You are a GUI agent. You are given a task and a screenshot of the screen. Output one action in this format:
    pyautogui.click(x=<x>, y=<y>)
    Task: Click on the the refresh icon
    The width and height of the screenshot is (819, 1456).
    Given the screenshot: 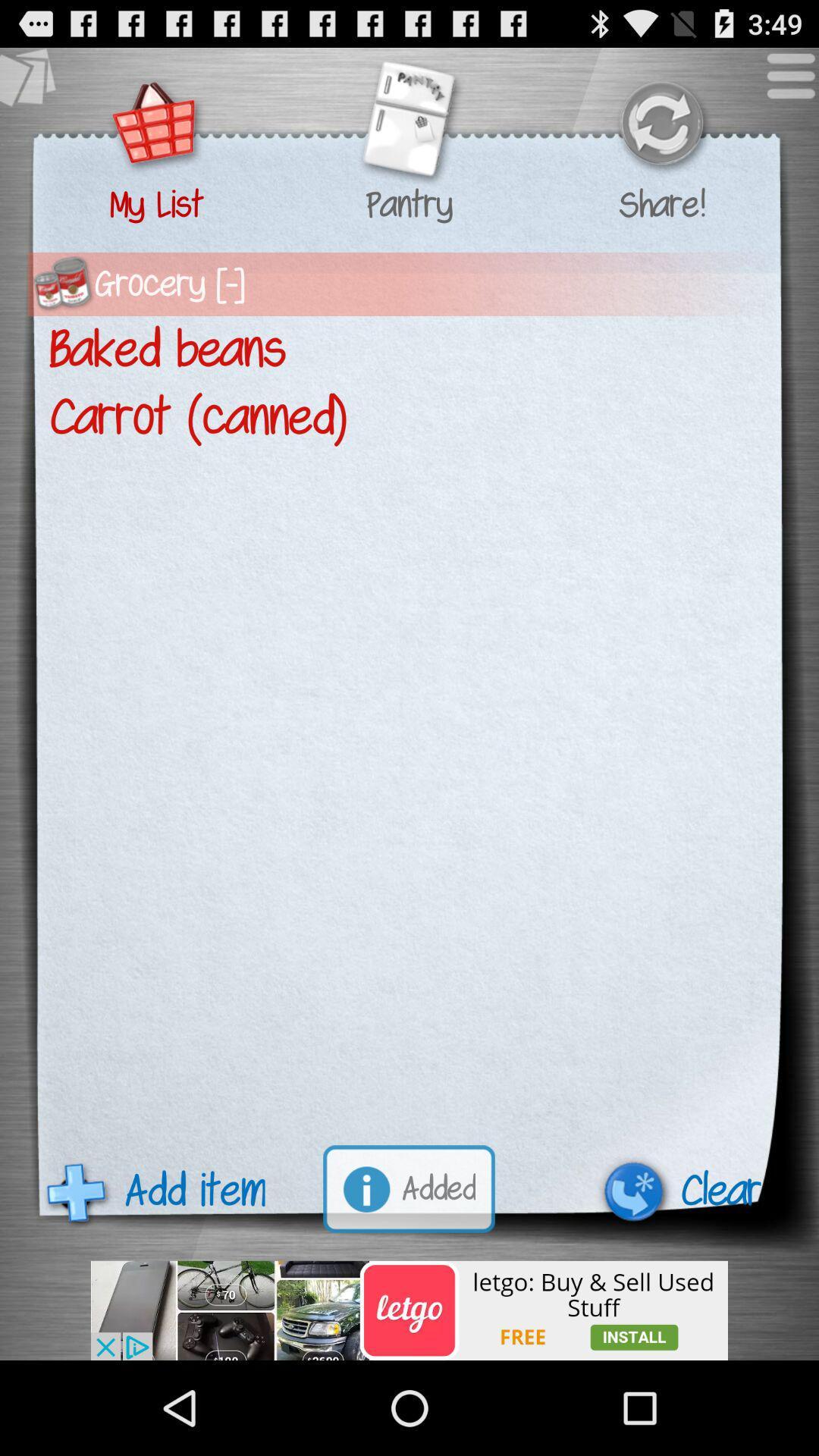 What is the action you would take?
    pyautogui.click(x=661, y=134)
    